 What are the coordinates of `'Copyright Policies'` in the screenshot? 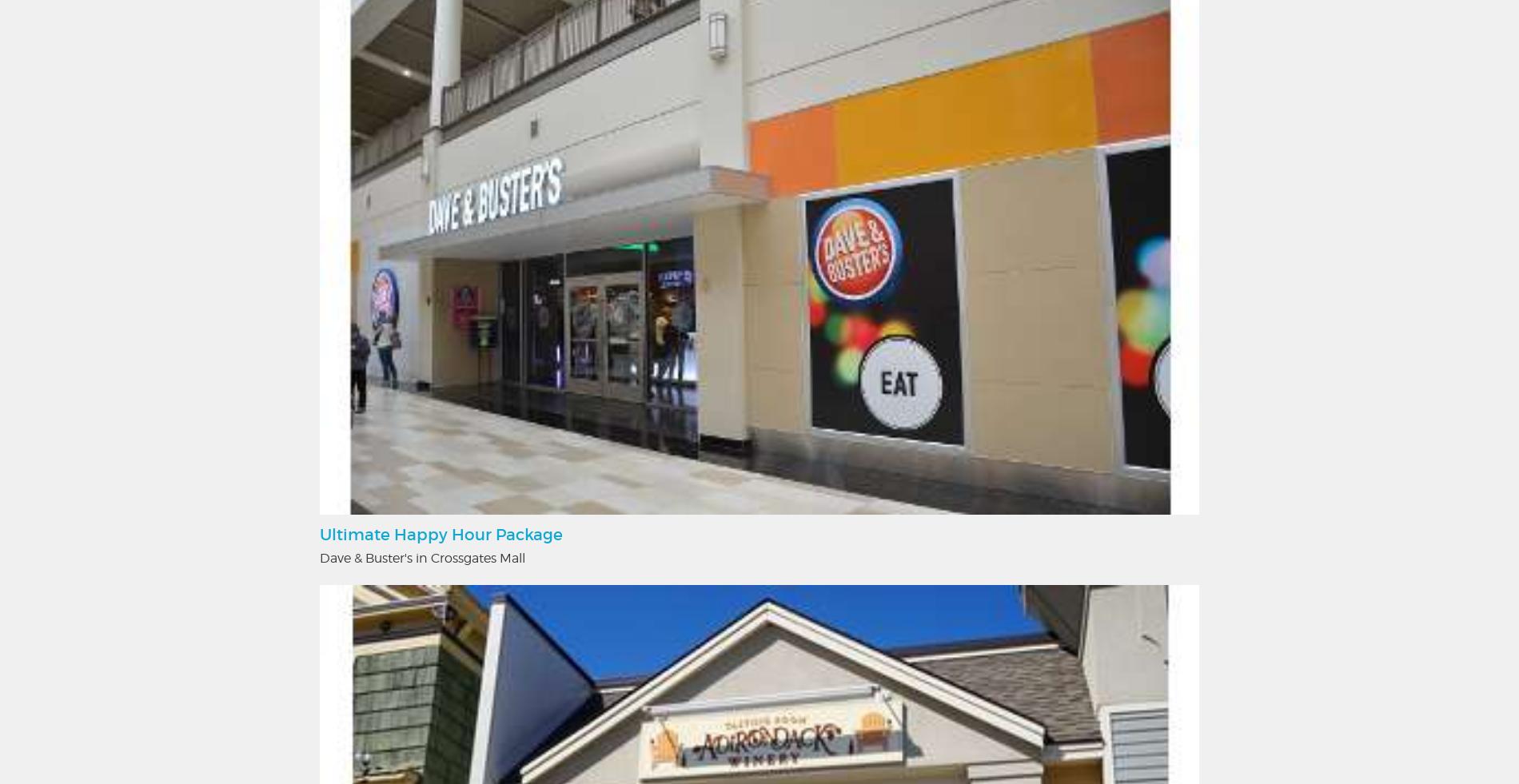 It's located at (850, 243).